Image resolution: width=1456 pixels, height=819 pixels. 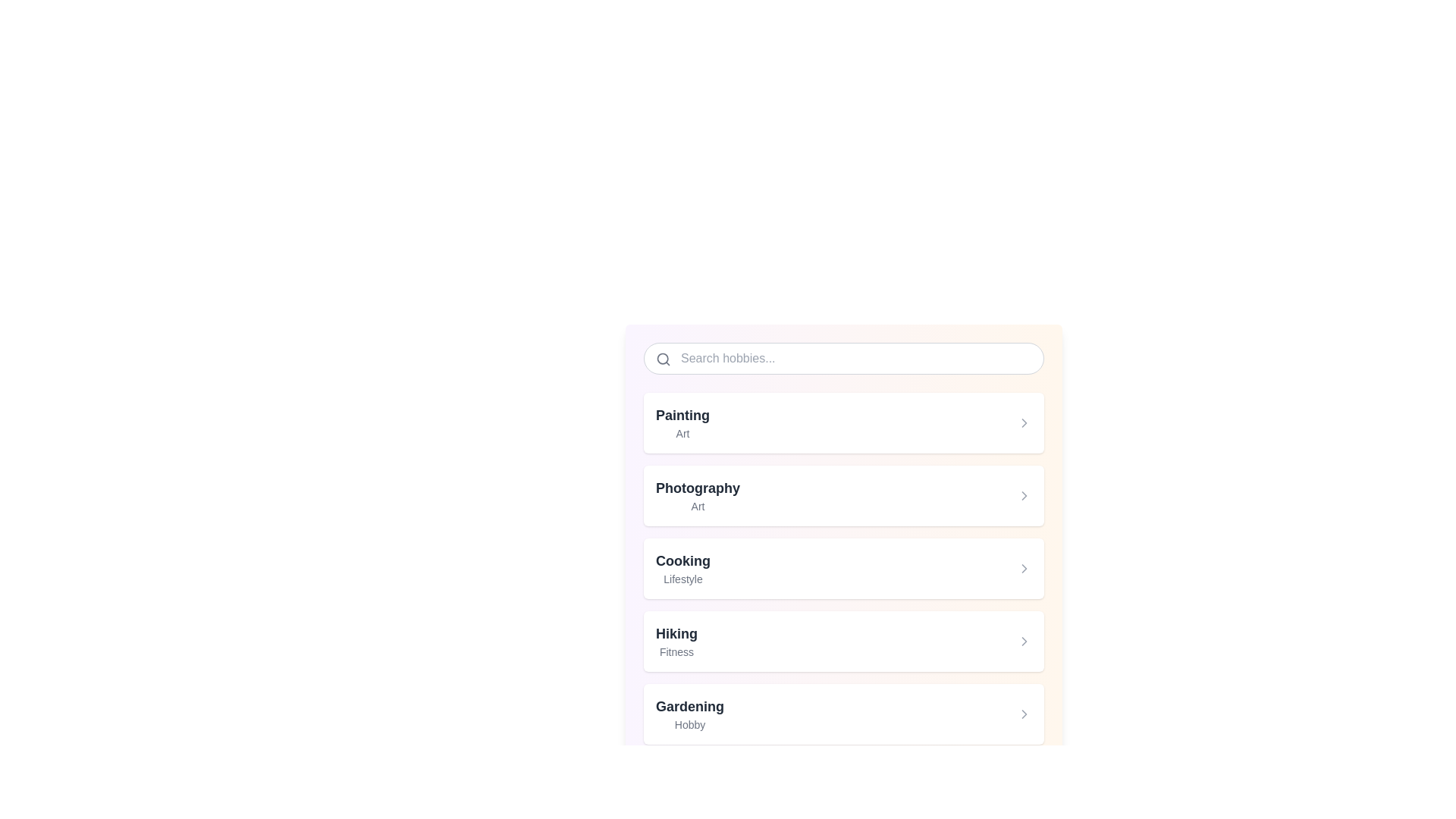 What do you see at coordinates (843, 423) in the screenshot?
I see `the center of the 'Painting' and 'Art' card button, which is the first item in a vertical list of cards located below the search box` at bounding box center [843, 423].